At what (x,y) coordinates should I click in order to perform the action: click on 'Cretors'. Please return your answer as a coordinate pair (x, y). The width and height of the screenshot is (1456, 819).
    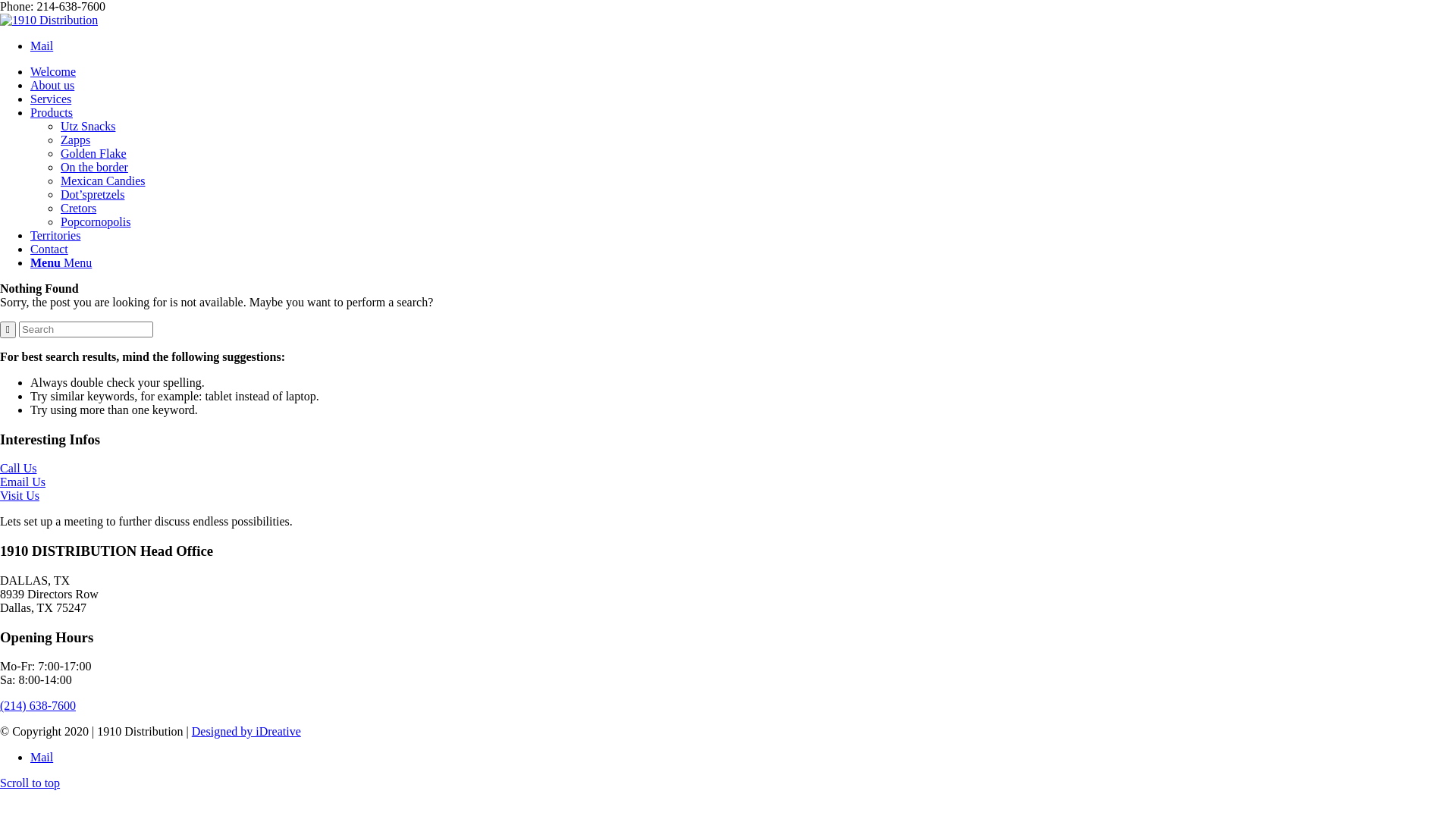
    Looking at the image, I should click on (77, 208).